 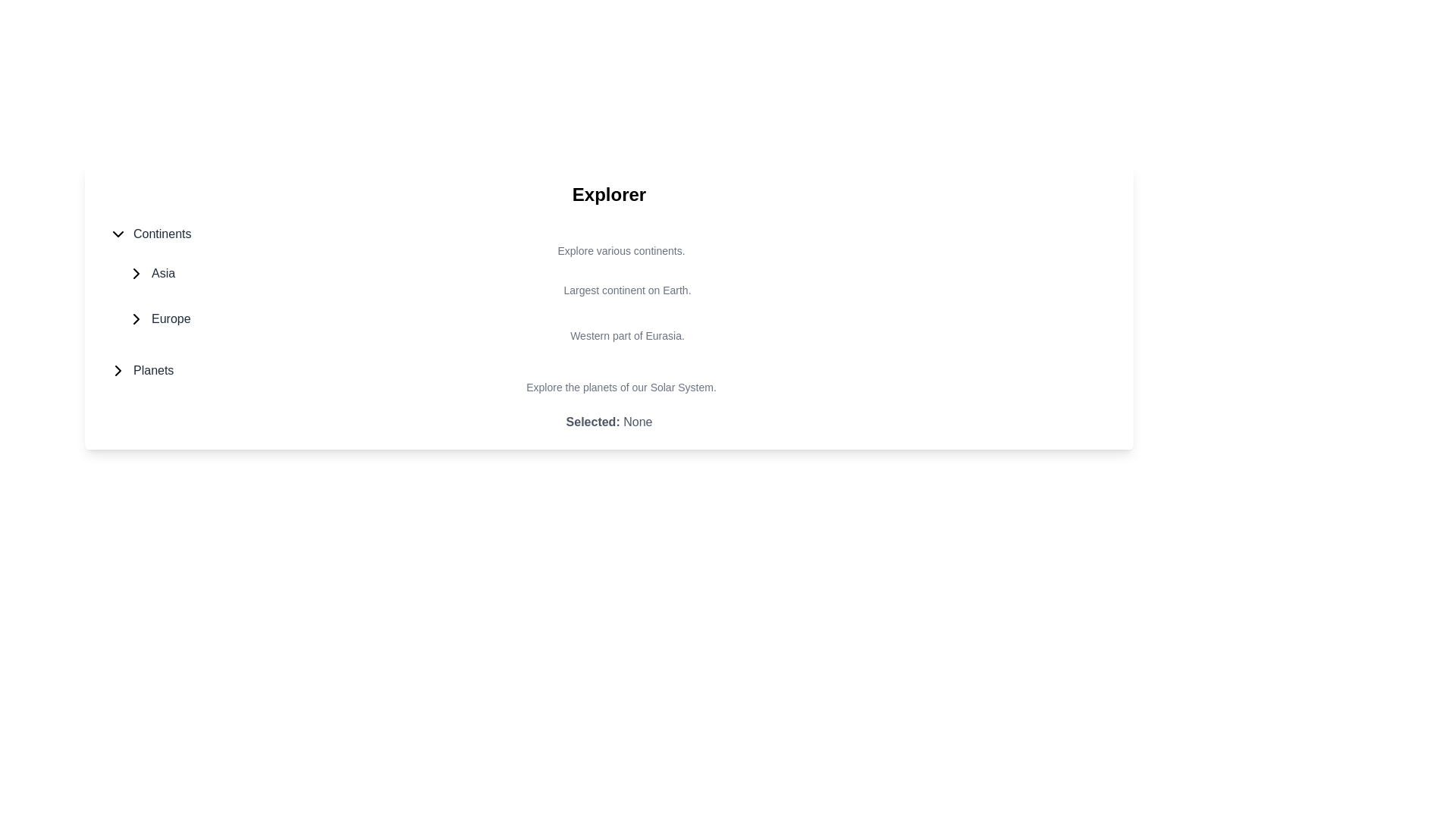 I want to click on the interactive button for expanding or collapsing the nested menu related to 'Europe', so click(x=136, y=318).